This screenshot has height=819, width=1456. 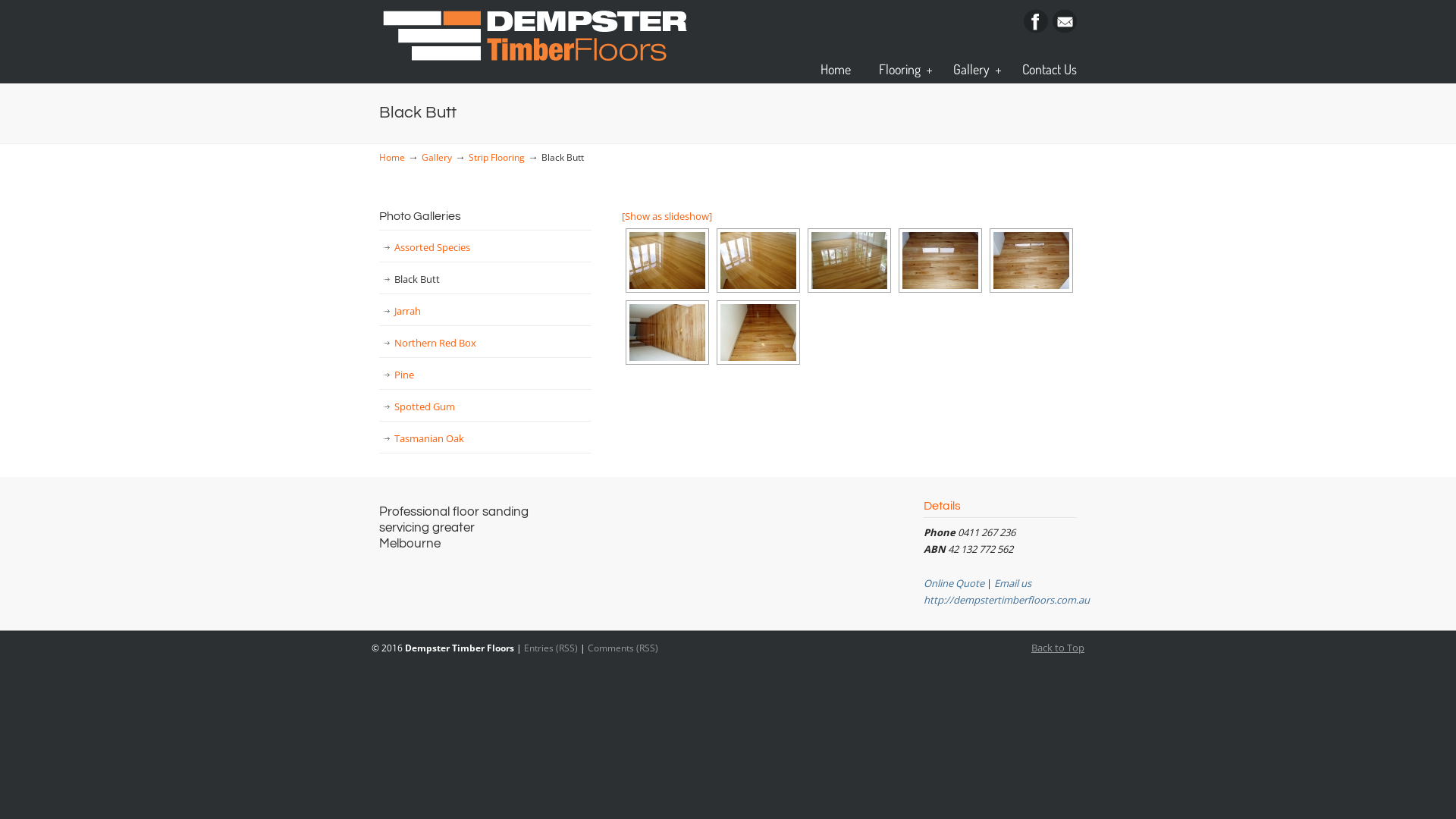 What do you see at coordinates (848, 259) in the screenshot?
I see `'OLYMPUS DIGITAL CAMERA'` at bounding box center [848, 259].